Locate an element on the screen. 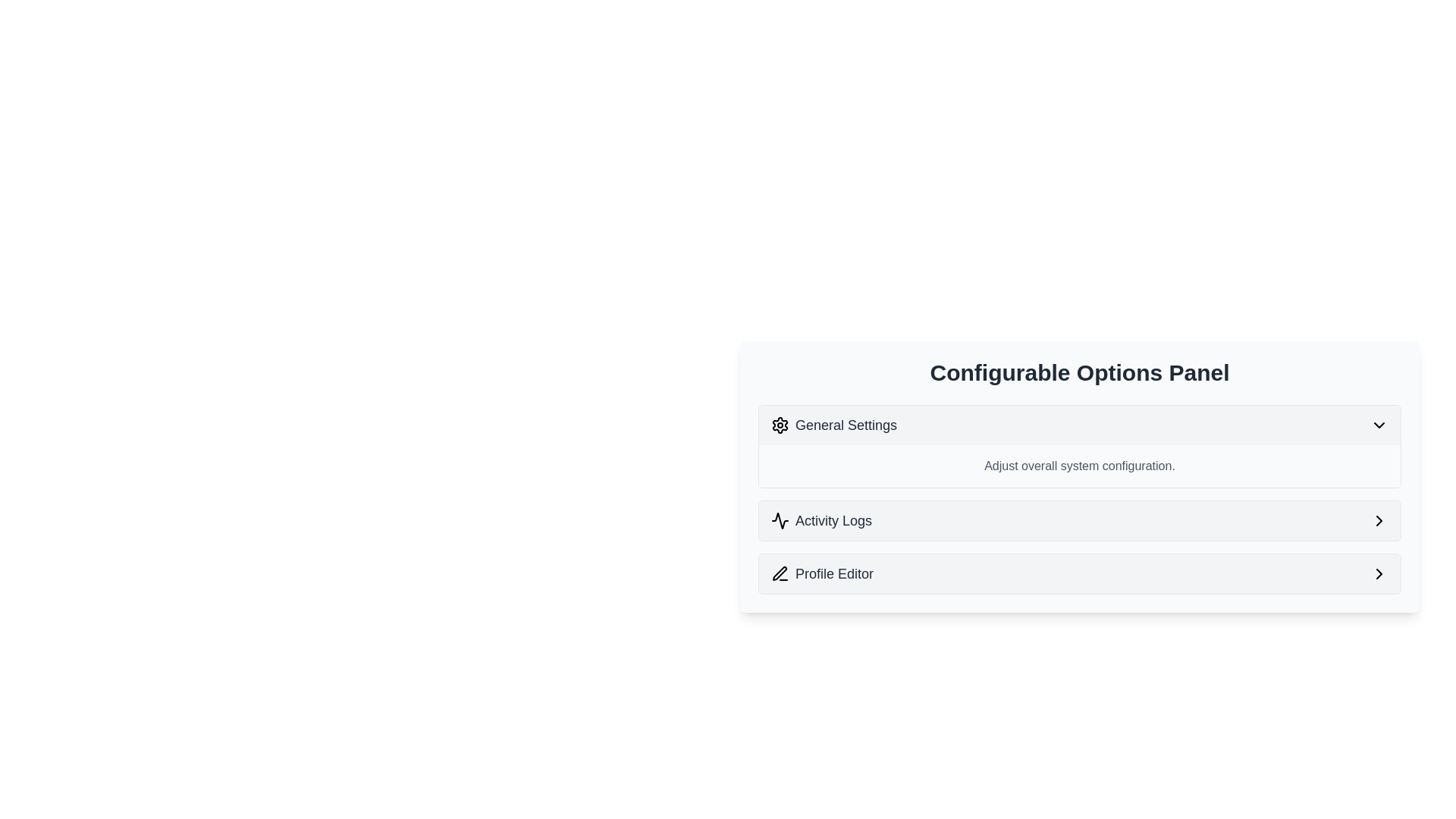 This screenshot has height=819, width=1456. the selectable list item located between 'General Settings' and 'Profile Editor' is located at coordinates (1079, 519).